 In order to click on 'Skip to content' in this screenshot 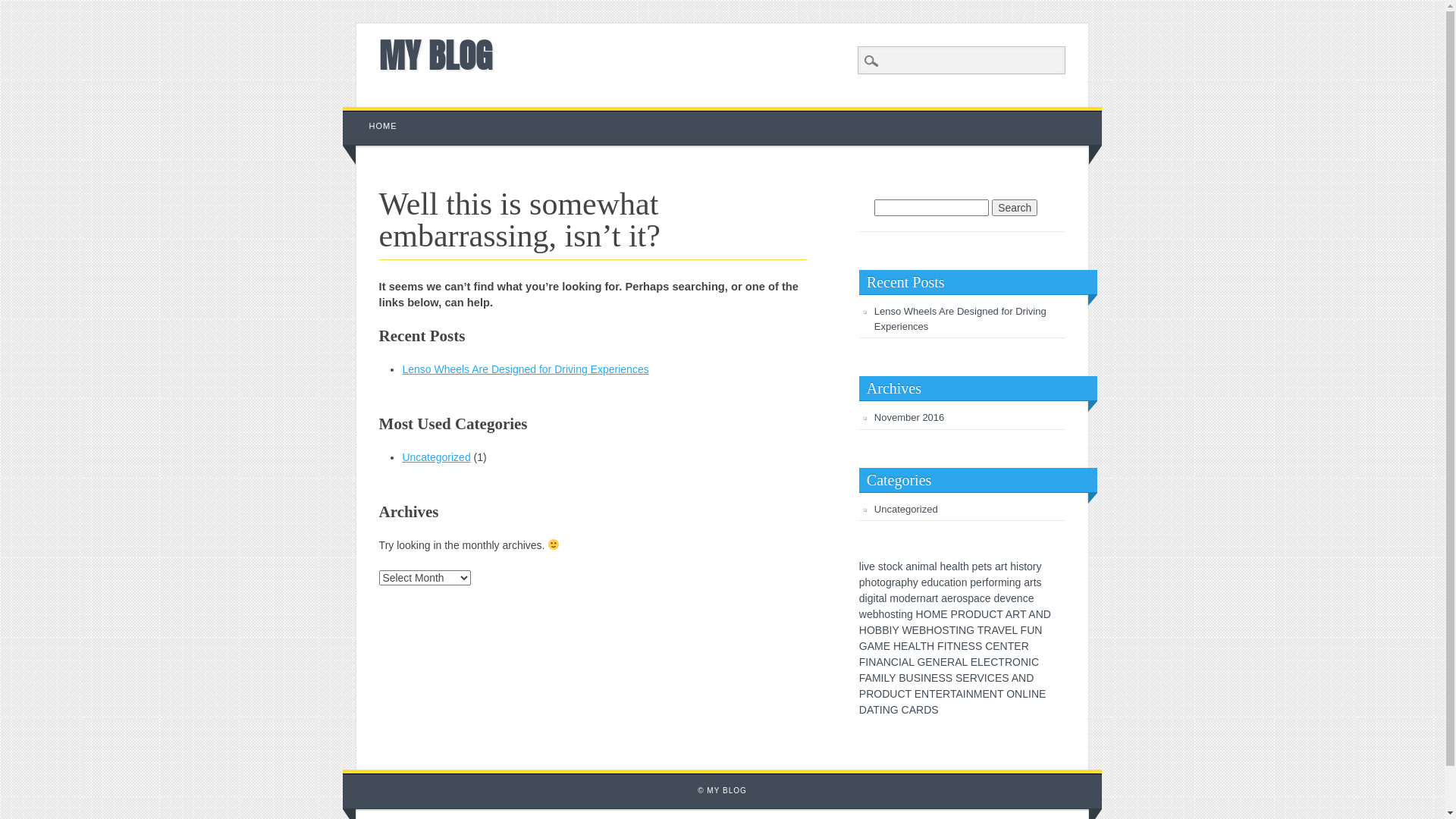, I will do `click(378, 113)`.